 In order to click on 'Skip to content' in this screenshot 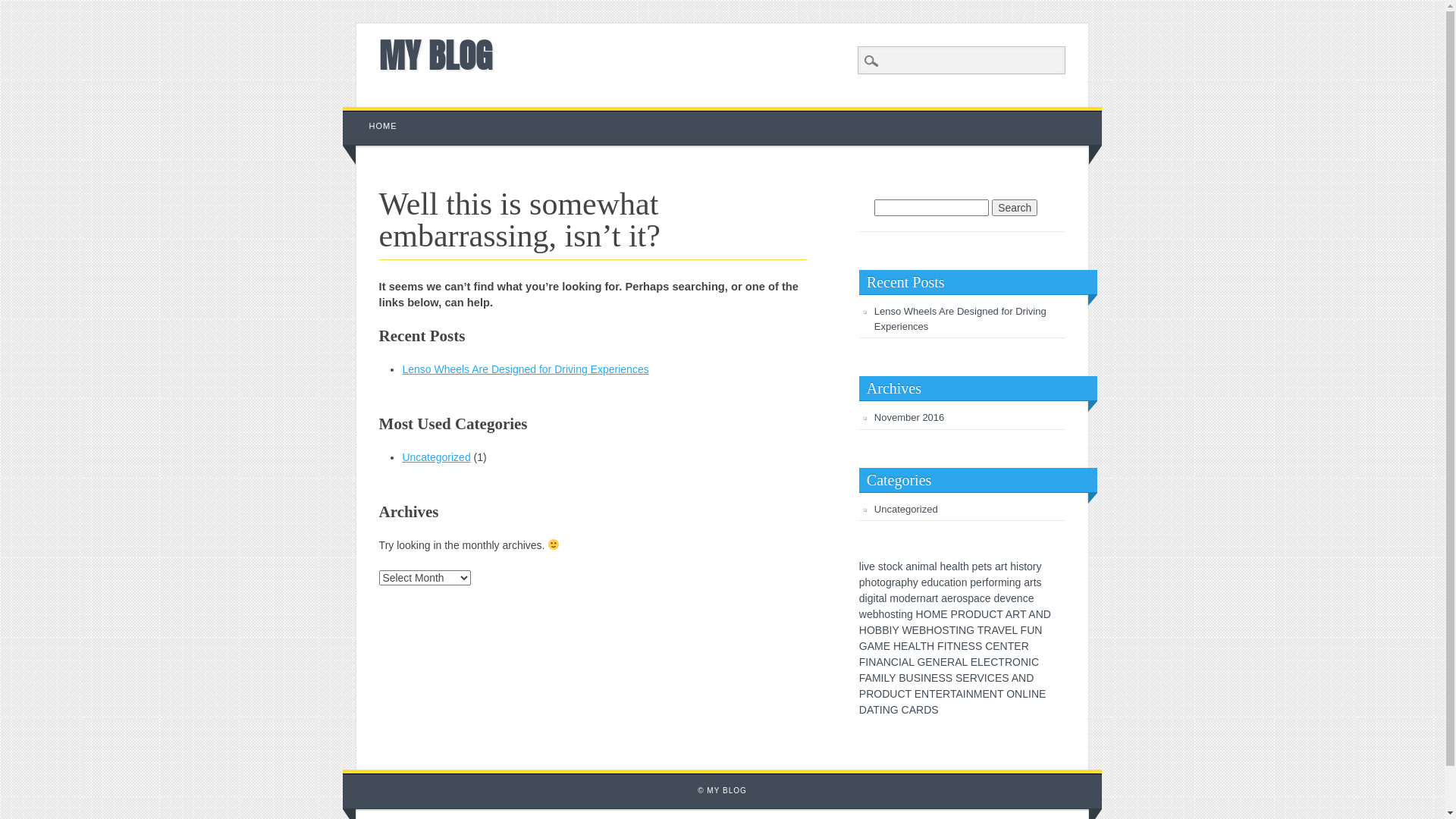, I will do `click(378, 113)`.